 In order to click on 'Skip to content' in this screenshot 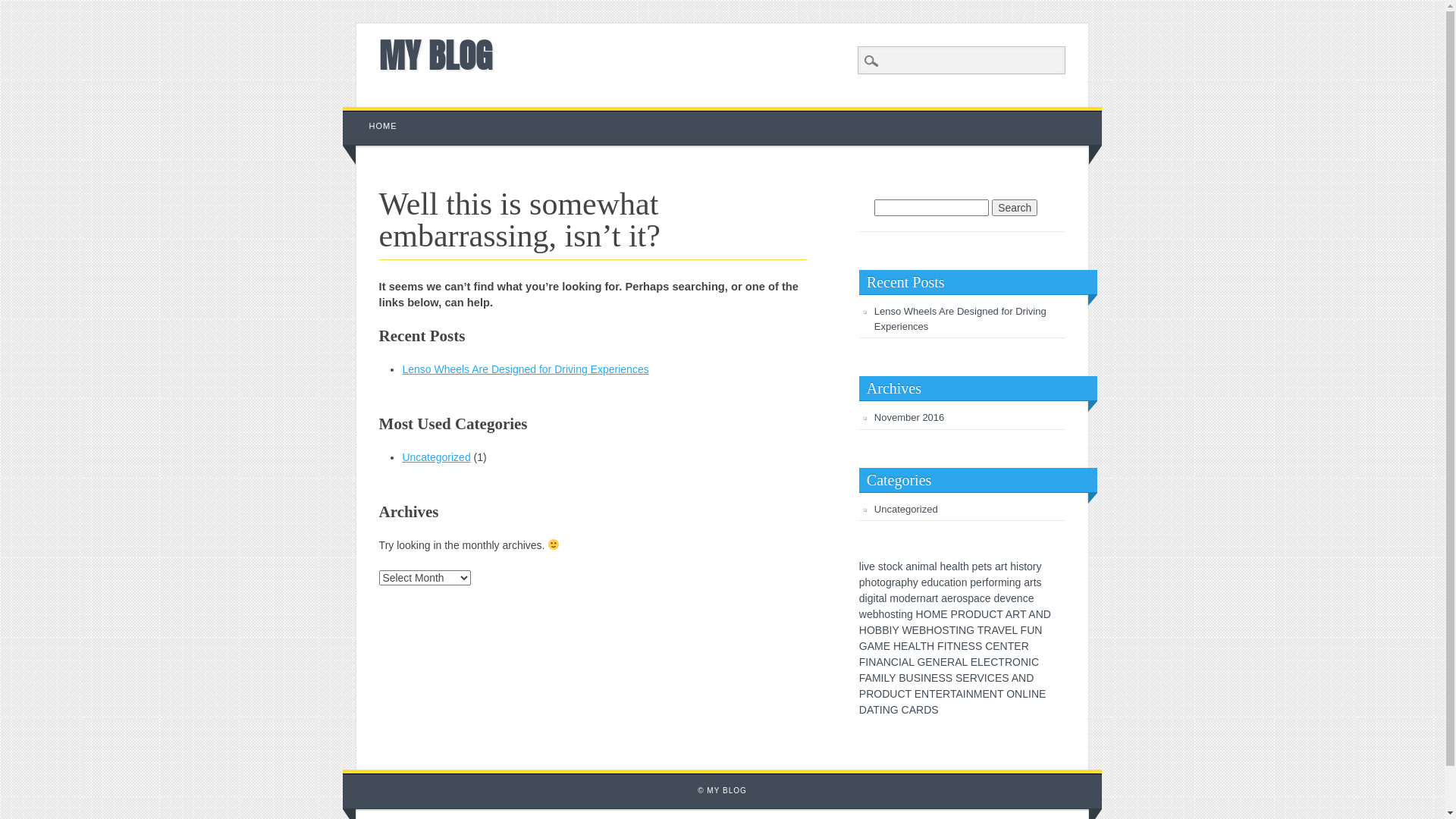, I will do `click(378, 113)`.